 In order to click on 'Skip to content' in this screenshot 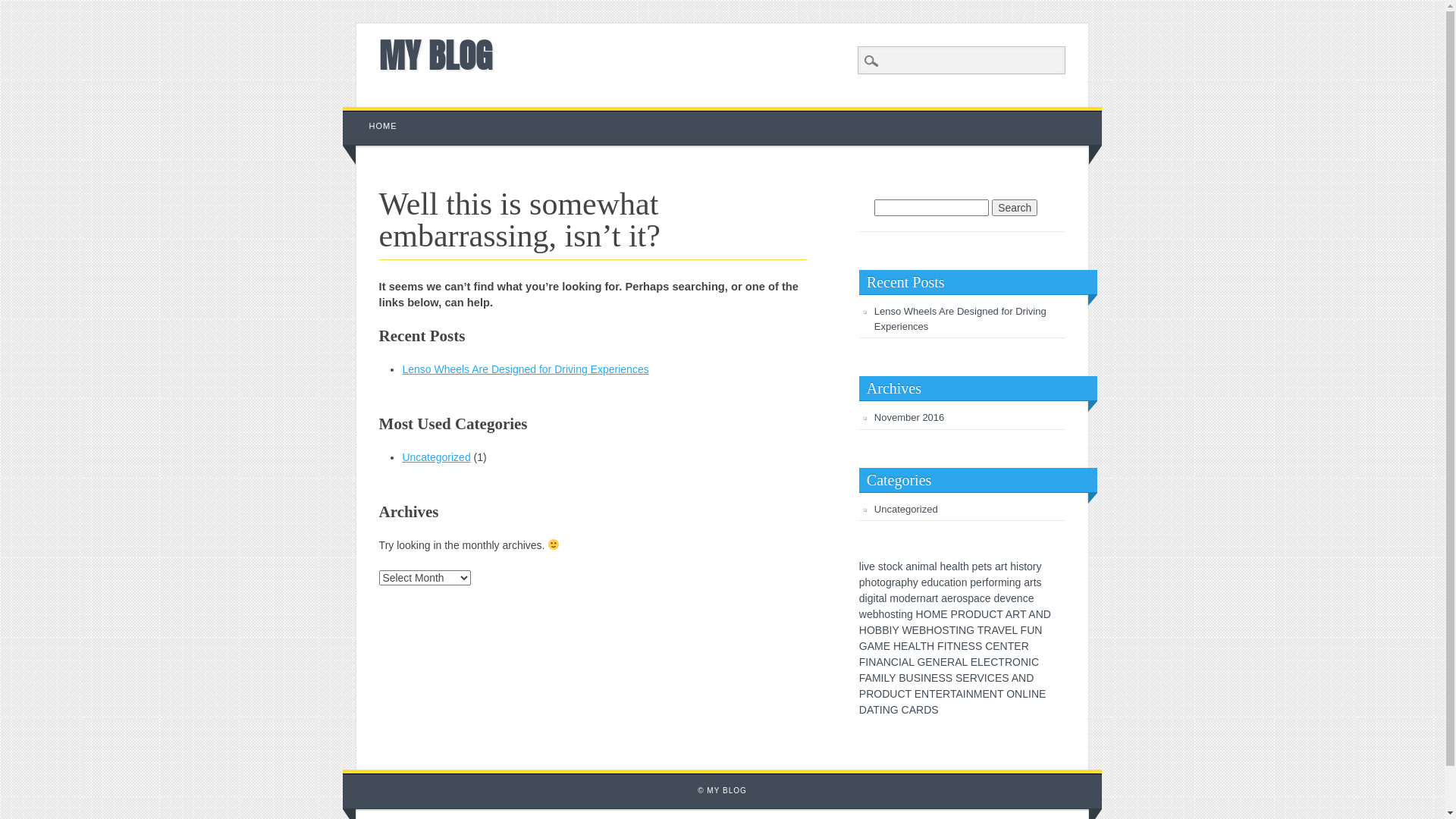, I will do `click(378, 113)`.